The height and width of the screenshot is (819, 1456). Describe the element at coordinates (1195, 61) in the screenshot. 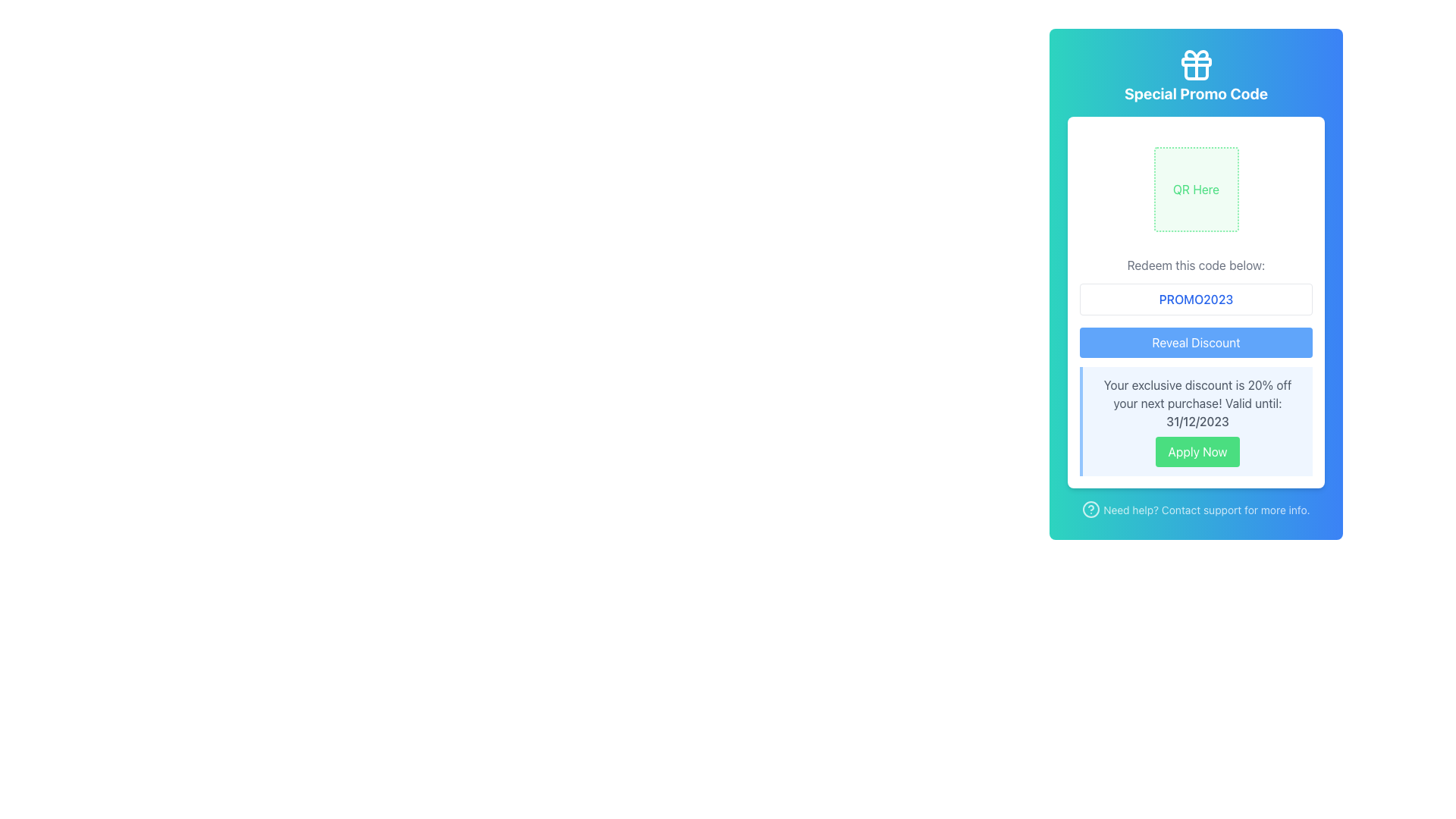

I see `the decorative graphic component that is part of the gift icon, positioned between the gift's bow and the 'Special Promo Code' text` at that location.